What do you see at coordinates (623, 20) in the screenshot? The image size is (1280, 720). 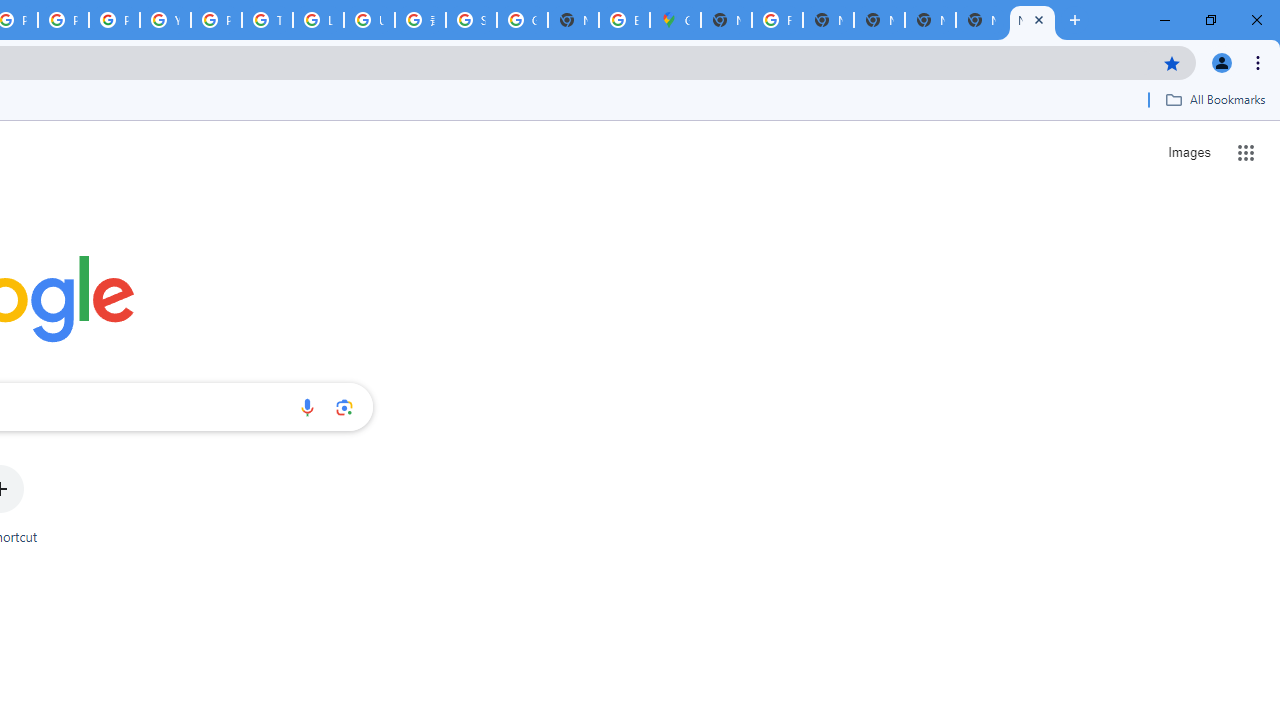 I see `'Explore new street-level details - Google Maps Help'` at bounding box center [623, 20].